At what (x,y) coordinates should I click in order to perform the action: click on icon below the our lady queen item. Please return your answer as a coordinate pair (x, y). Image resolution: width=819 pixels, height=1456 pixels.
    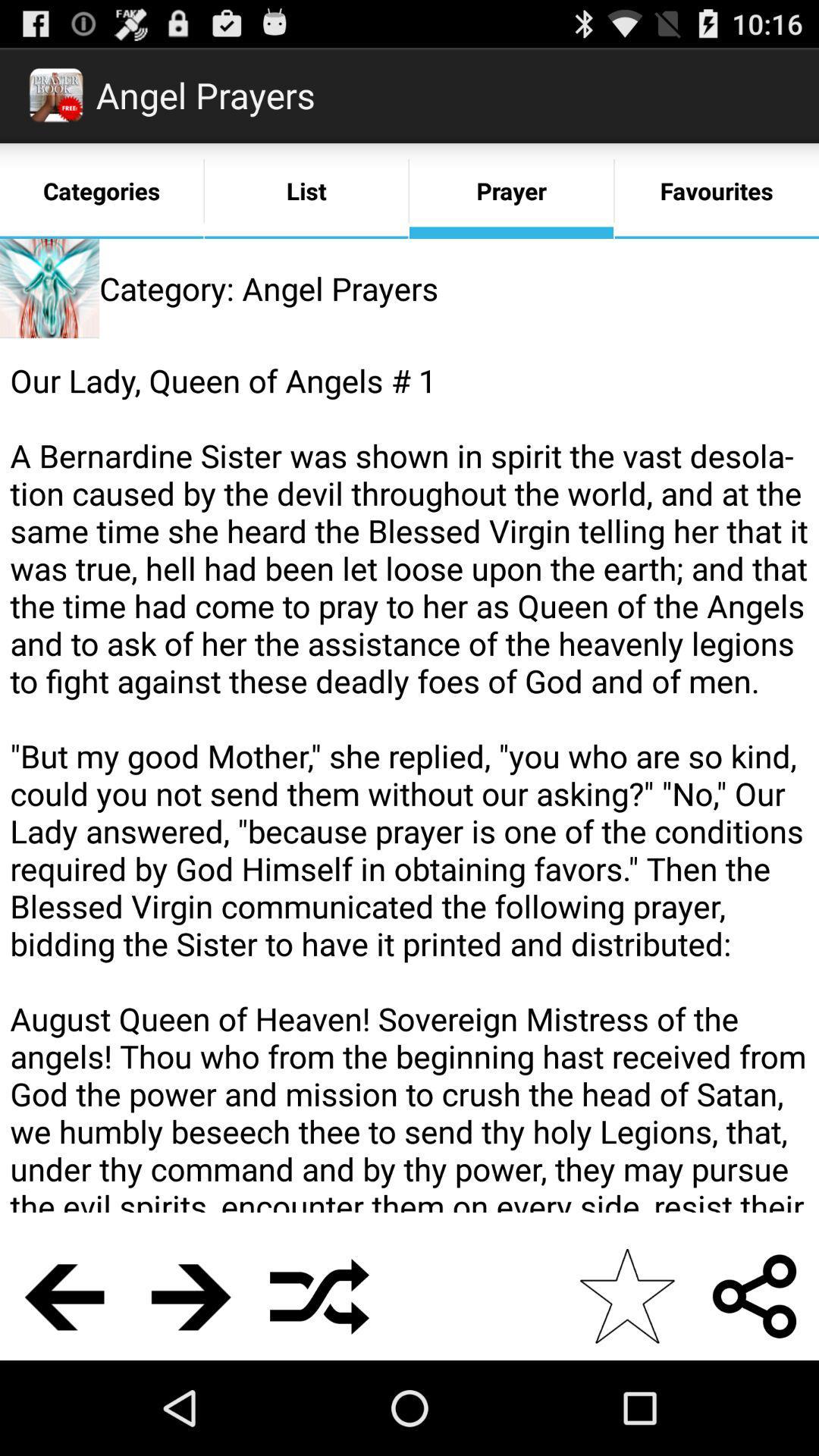
    Looking at the image, I should click on (63, 1295).